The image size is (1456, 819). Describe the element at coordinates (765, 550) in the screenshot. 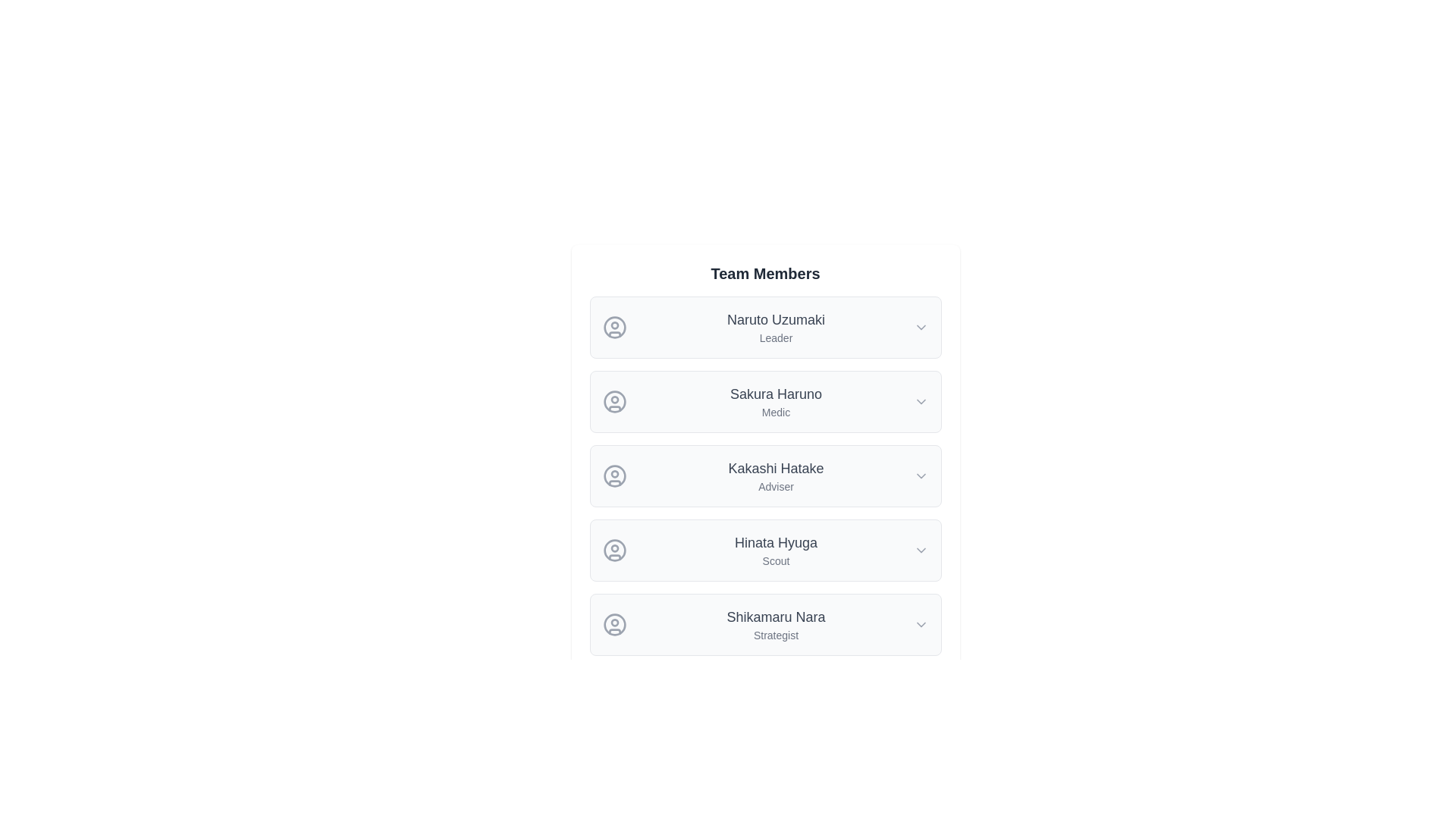

I see `the selectable entry for team member 'Hinata Hyuga' in the team member list` at that location.